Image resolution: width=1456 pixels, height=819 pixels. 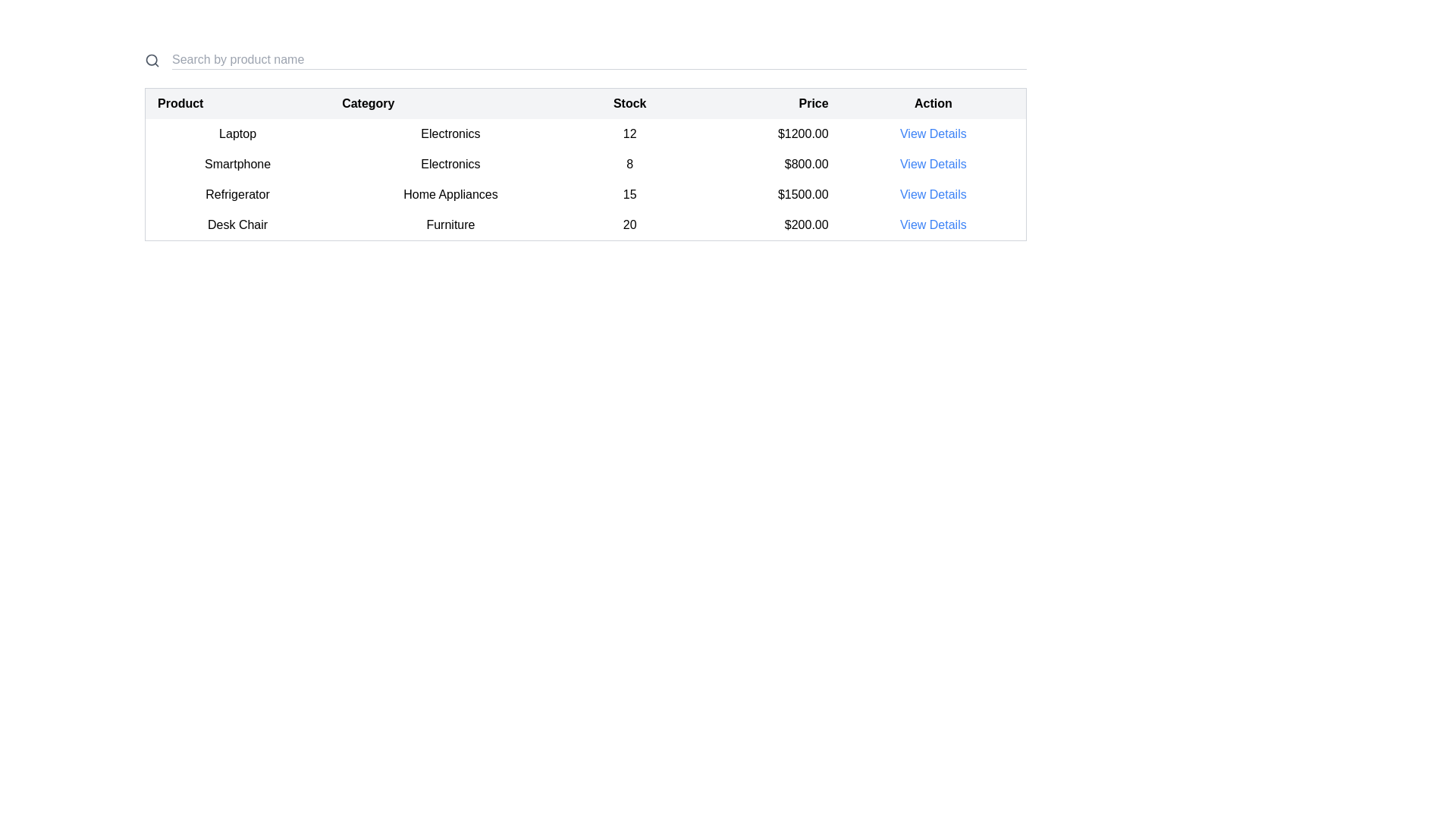 I want to click on the 'Desk Chair' text label element located in the fourth row of the 'Product' column in a table layout, so click(x=237, y=225).